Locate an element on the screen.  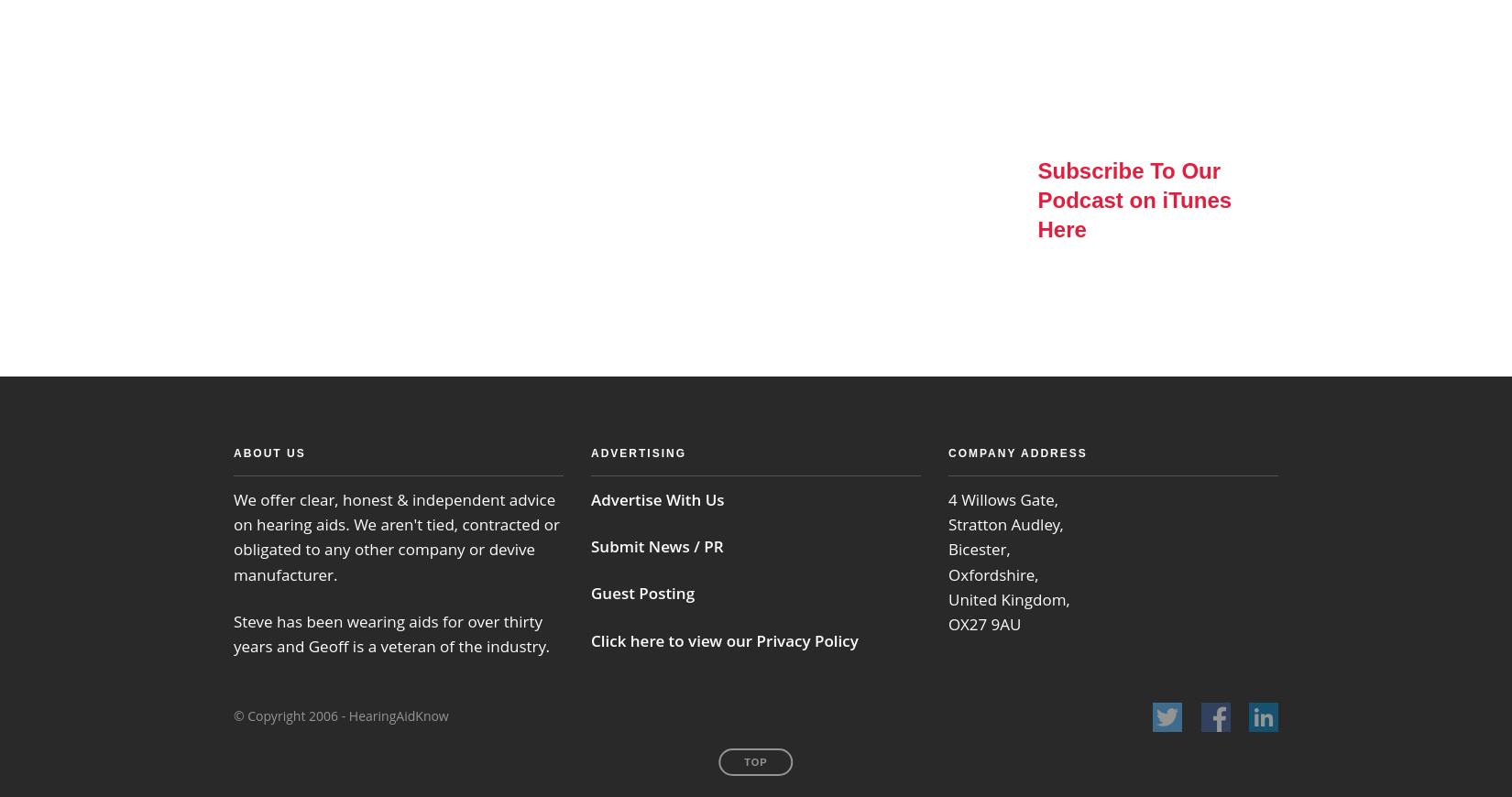
'Advertise With Us' is located at coordinates (656, 497).